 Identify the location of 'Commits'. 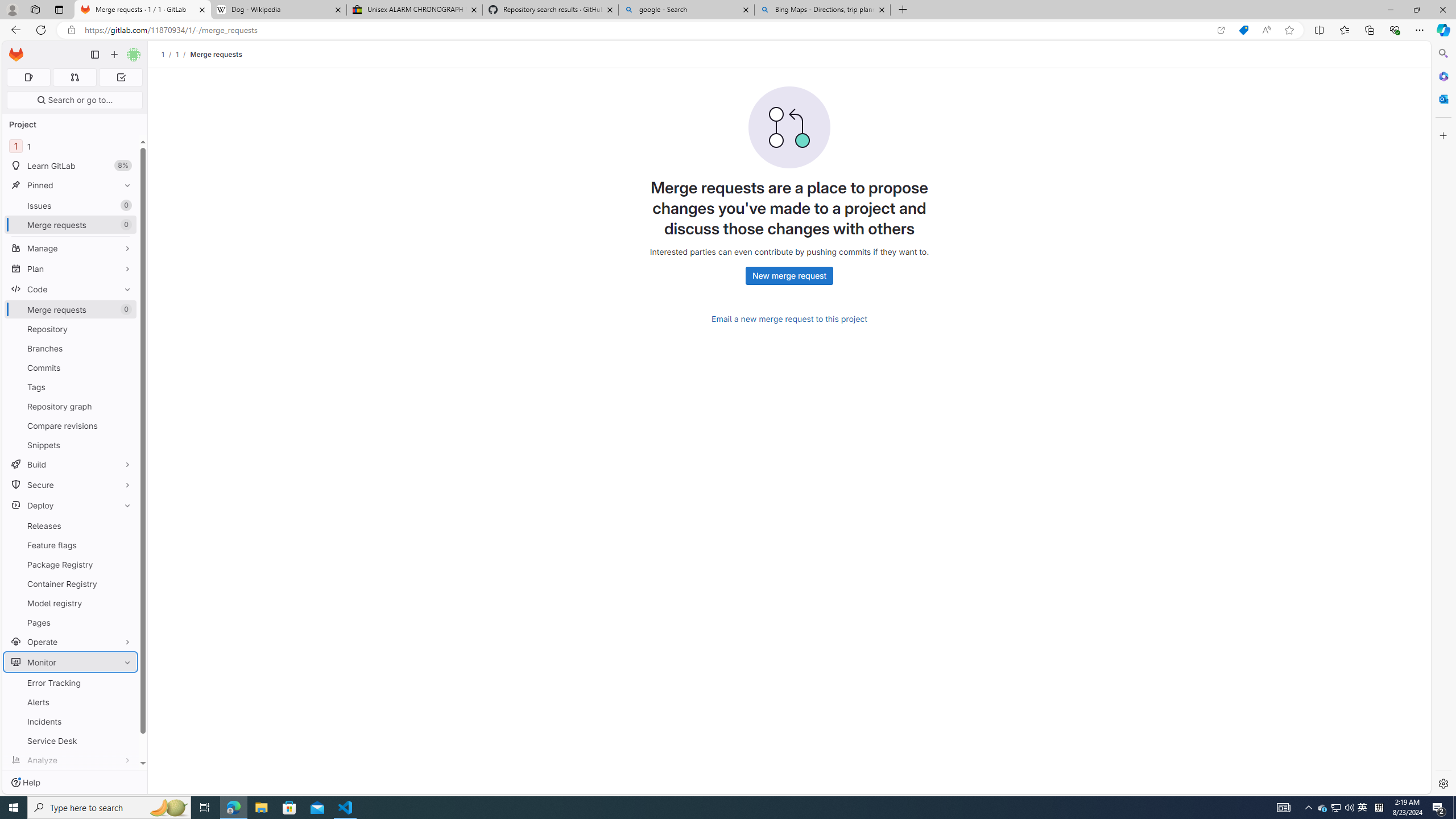
(70, 367).